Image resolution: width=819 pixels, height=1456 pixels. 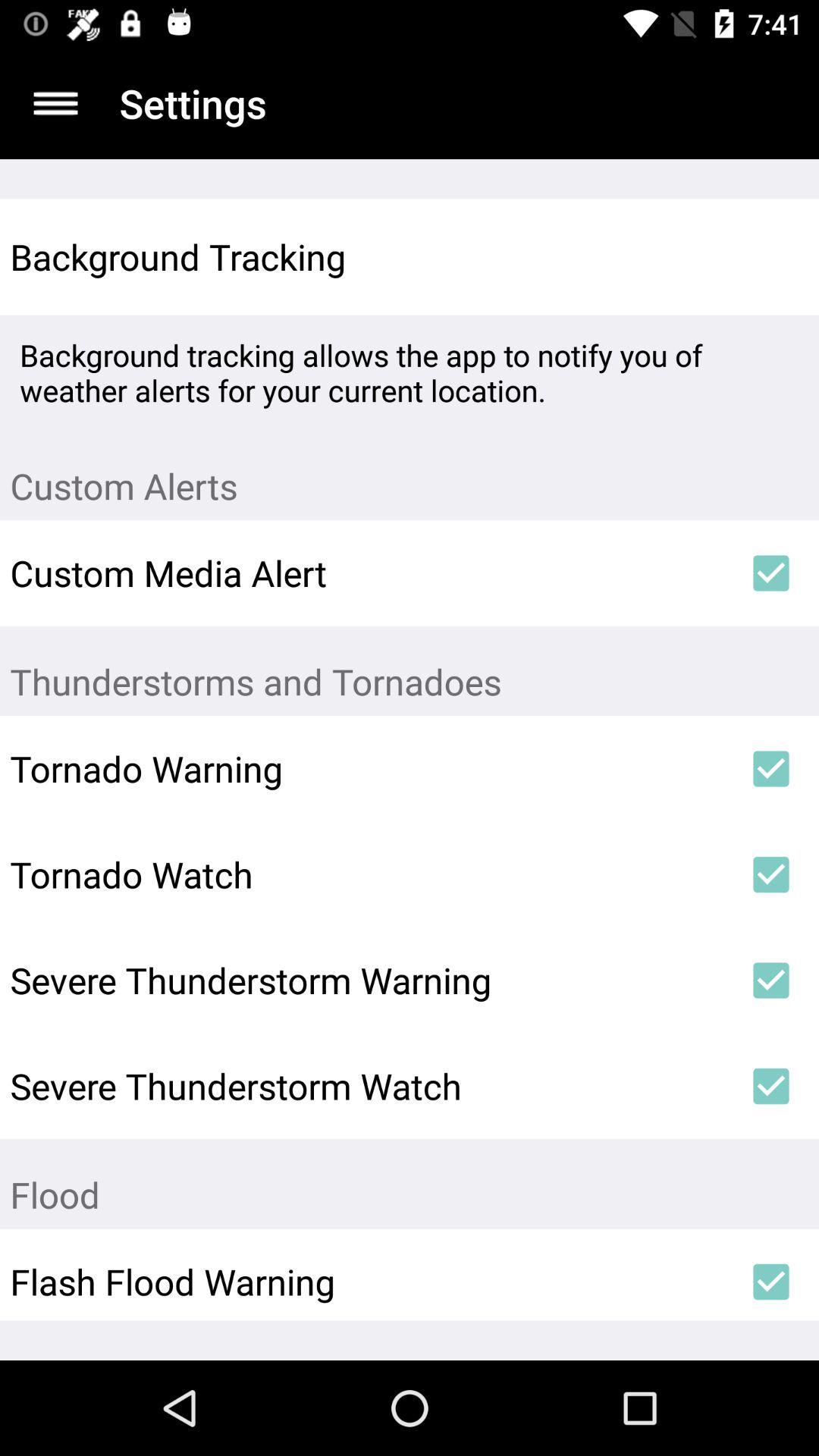 What do you see at coordinates (771, 257) in the screenshot?
I see `item to the right of background tracking` at bounding box center [771, 257].